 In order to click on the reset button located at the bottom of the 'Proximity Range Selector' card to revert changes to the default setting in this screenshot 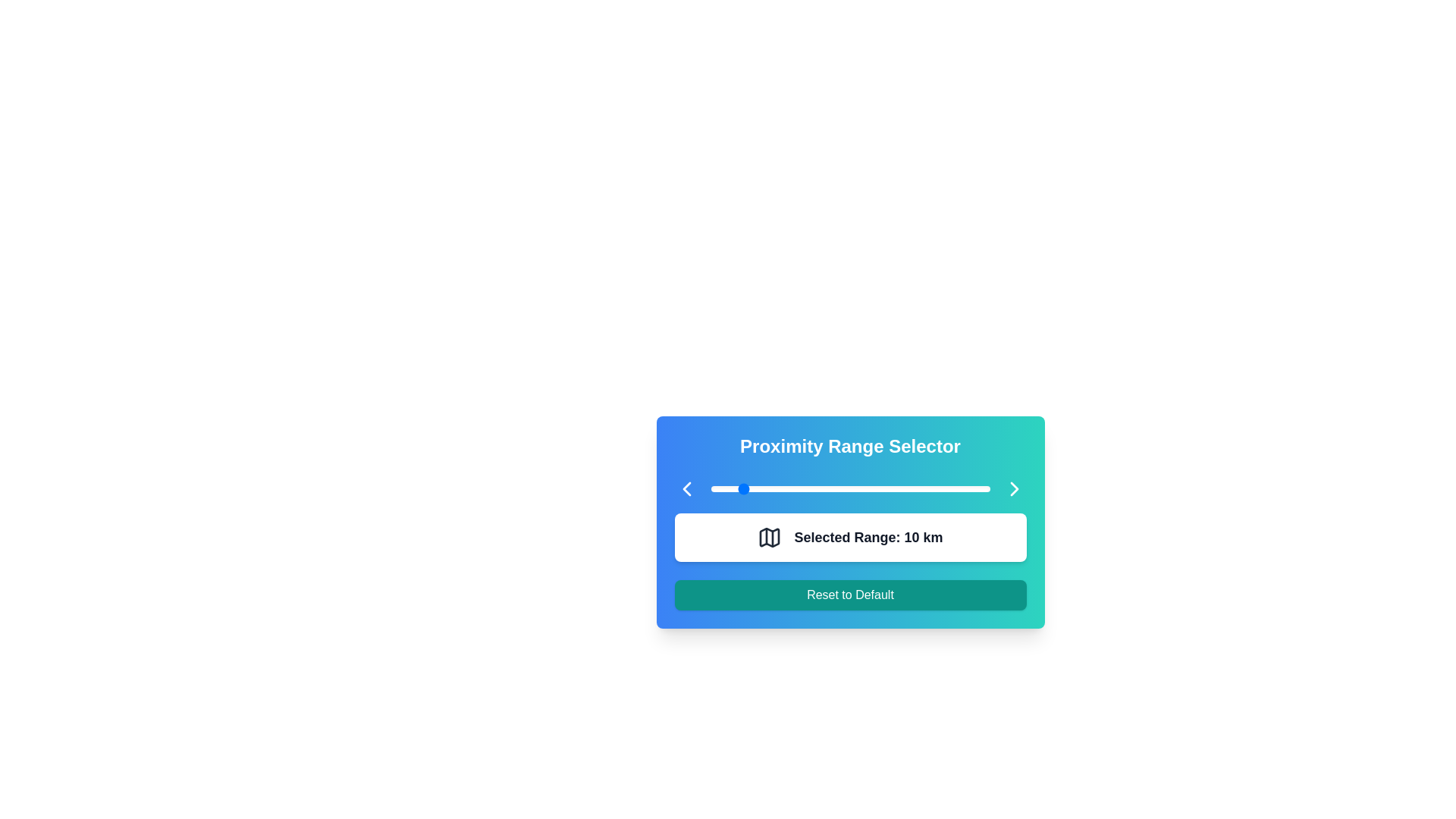, I will do `click(850, 595)`.